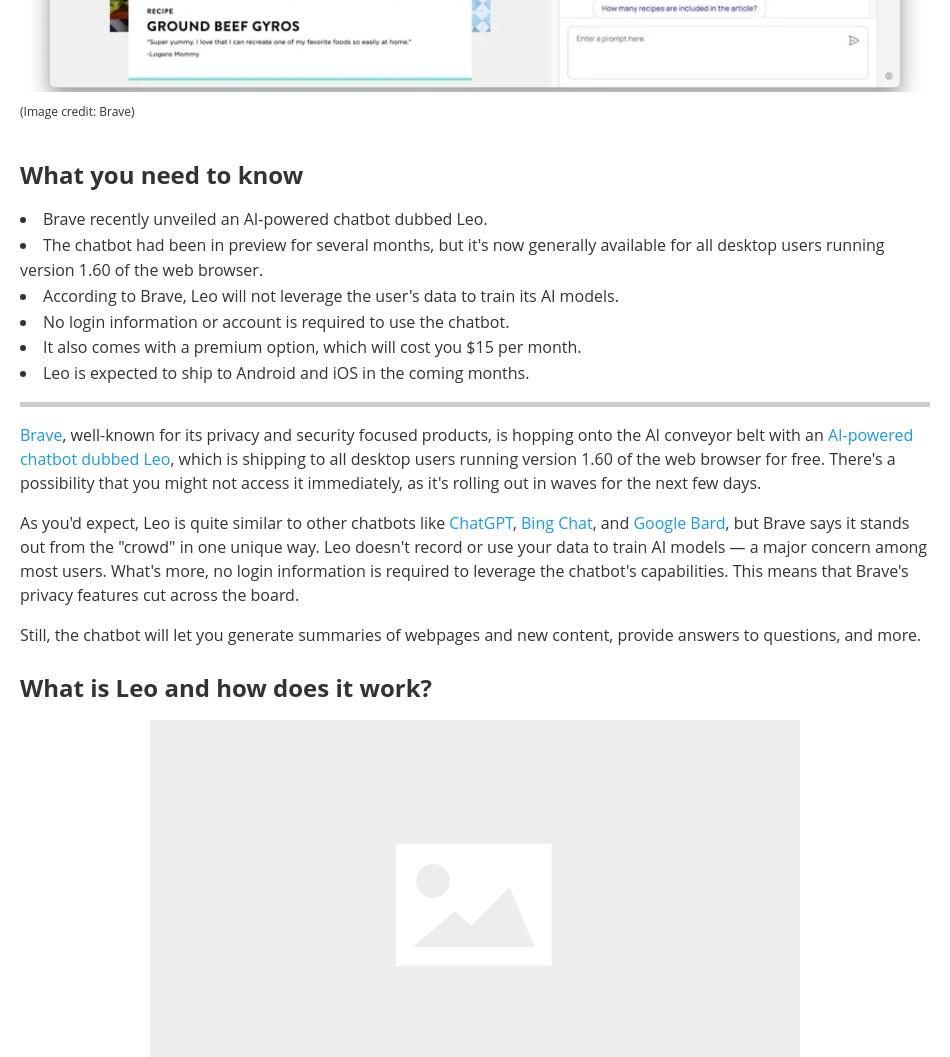 This screenshot has width=950, height=1057. Describe the element at coordinates (451, 255) in the screenshot. I see `'The chatbot had been in preview for several months, but it's now generally available for all desktop users running version 1.60 of the web browser.'` at that location.